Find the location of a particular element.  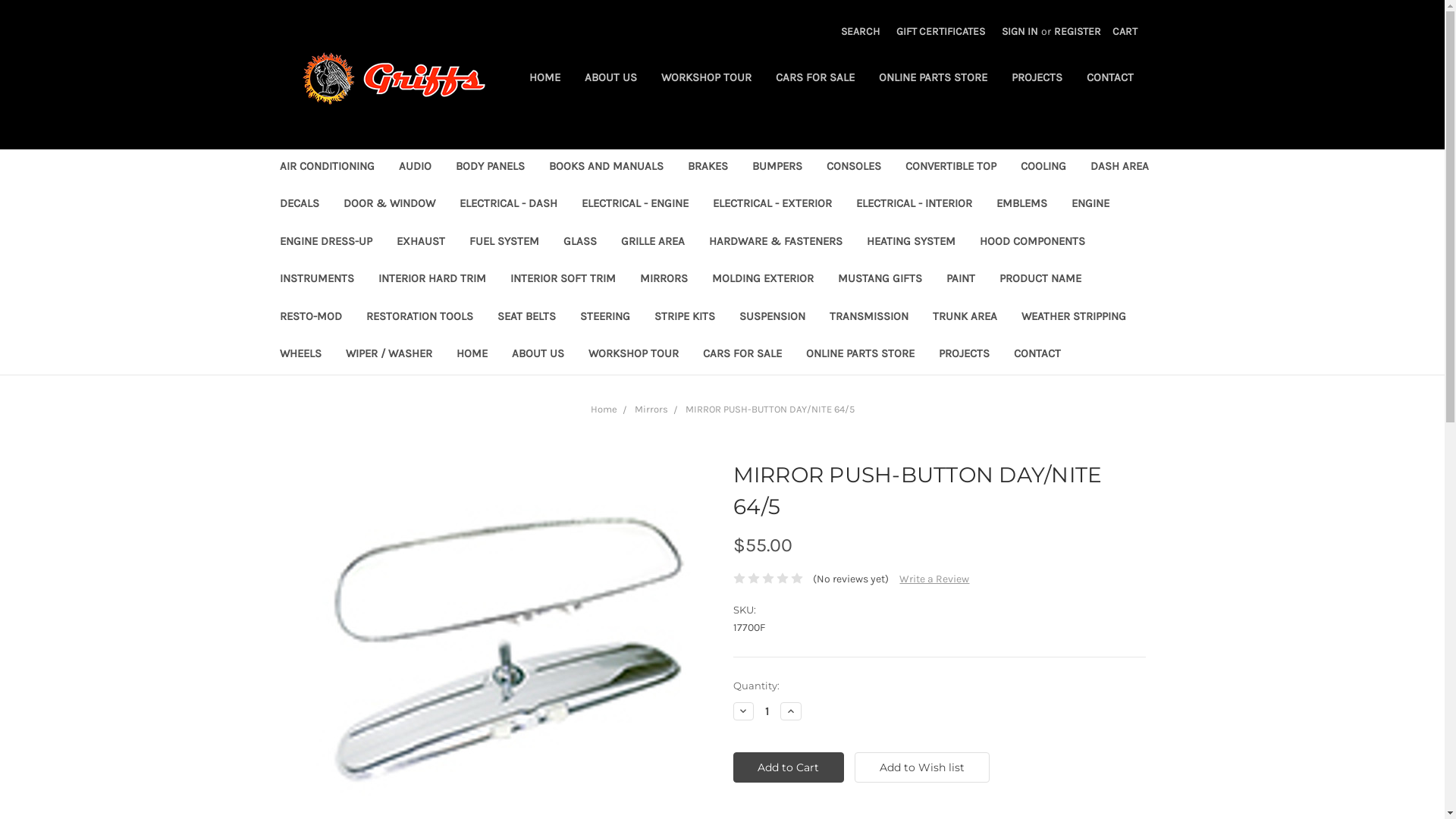

'ELECTRICAL - DASH' is located at coordinates (508, 205).